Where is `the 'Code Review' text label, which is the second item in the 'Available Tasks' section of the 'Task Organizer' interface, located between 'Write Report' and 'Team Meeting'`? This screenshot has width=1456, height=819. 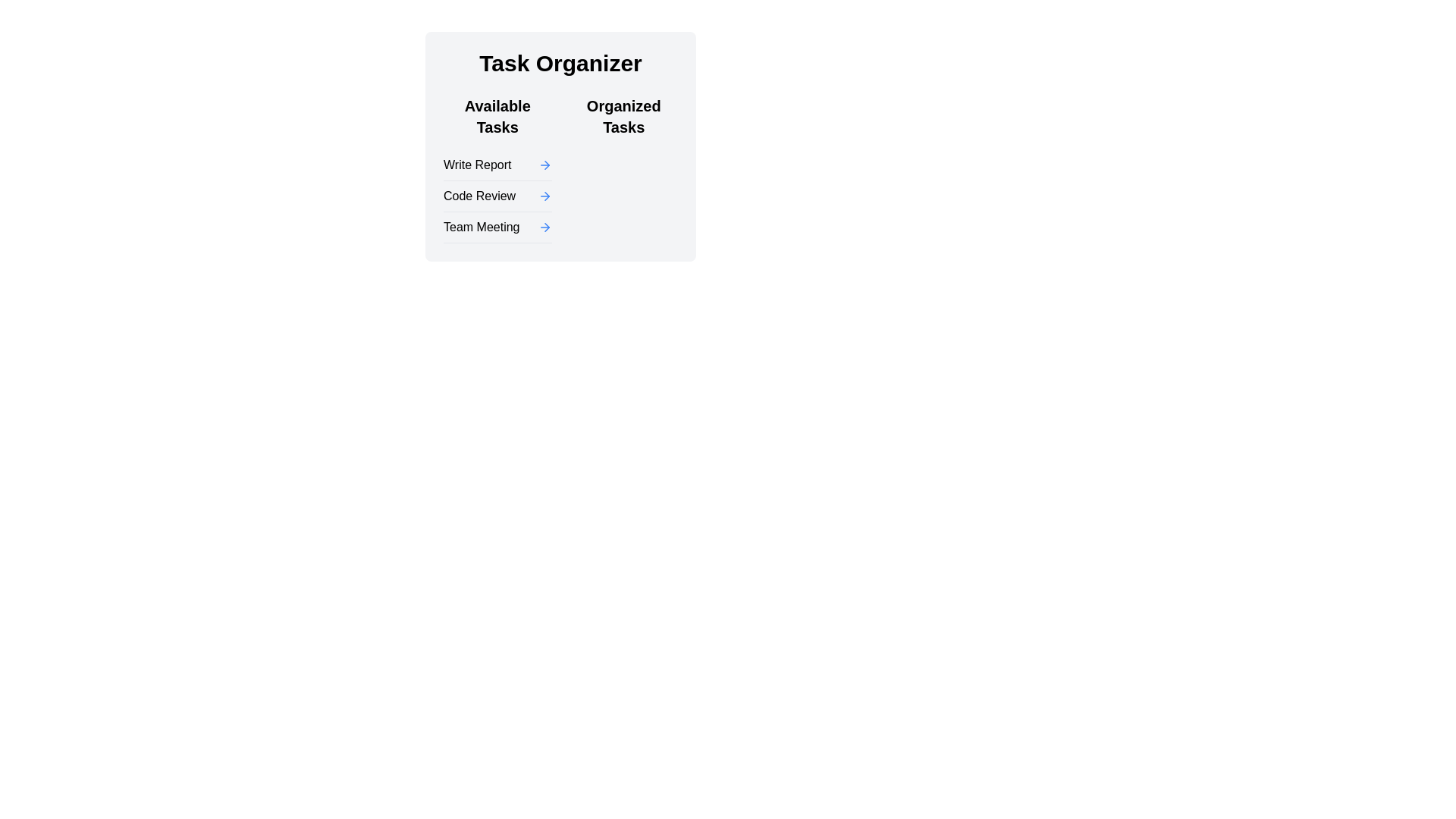
the 'Code Review' text label, which is the second item in the 'Available Tasks' section of the 'Task Organizer' interface, located between 'Write Report' and 'Team Meeting' is located at coordinates (479, 195).